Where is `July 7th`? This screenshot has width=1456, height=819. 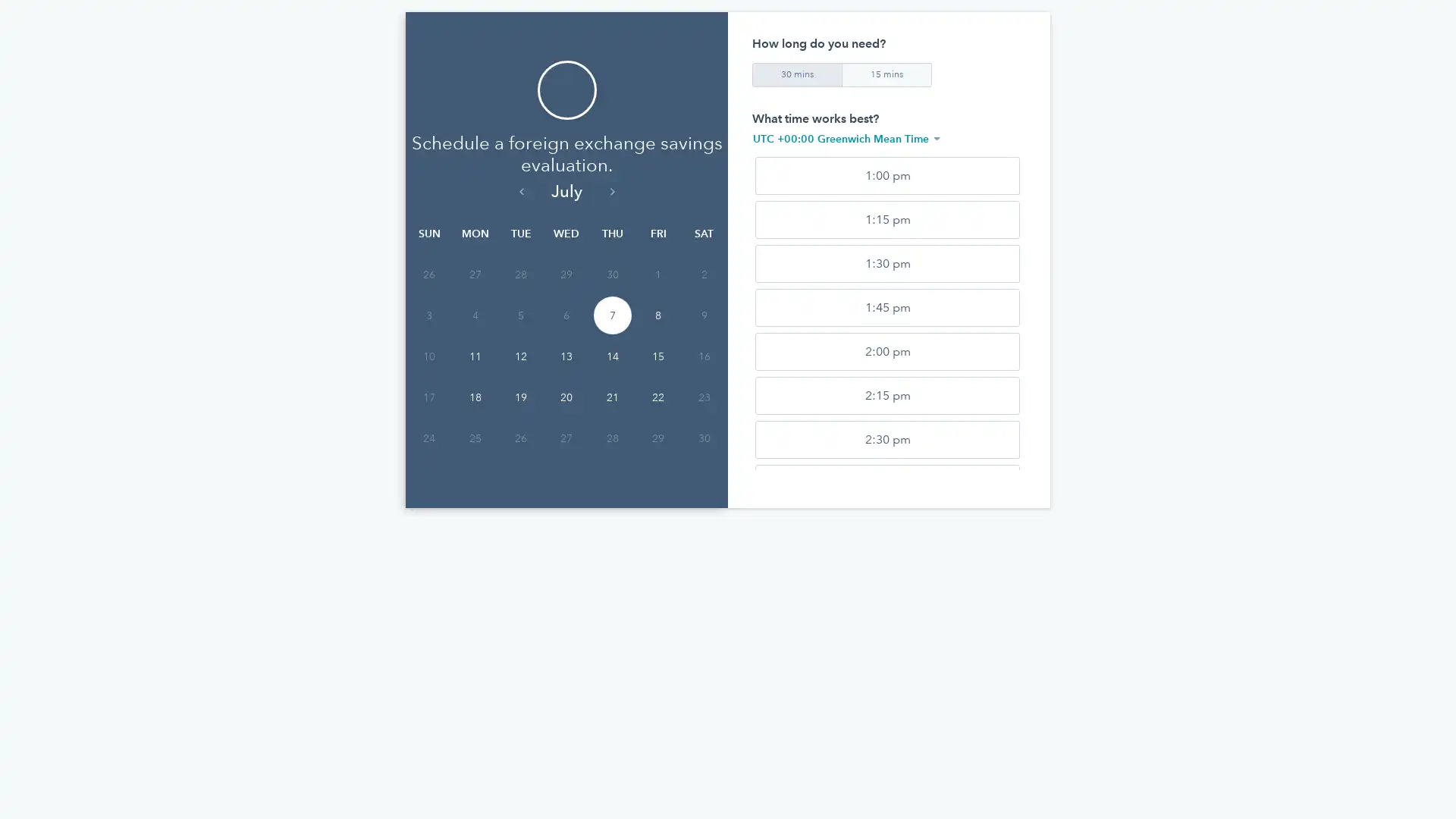 July 7th is located at coordinates (611, 315).